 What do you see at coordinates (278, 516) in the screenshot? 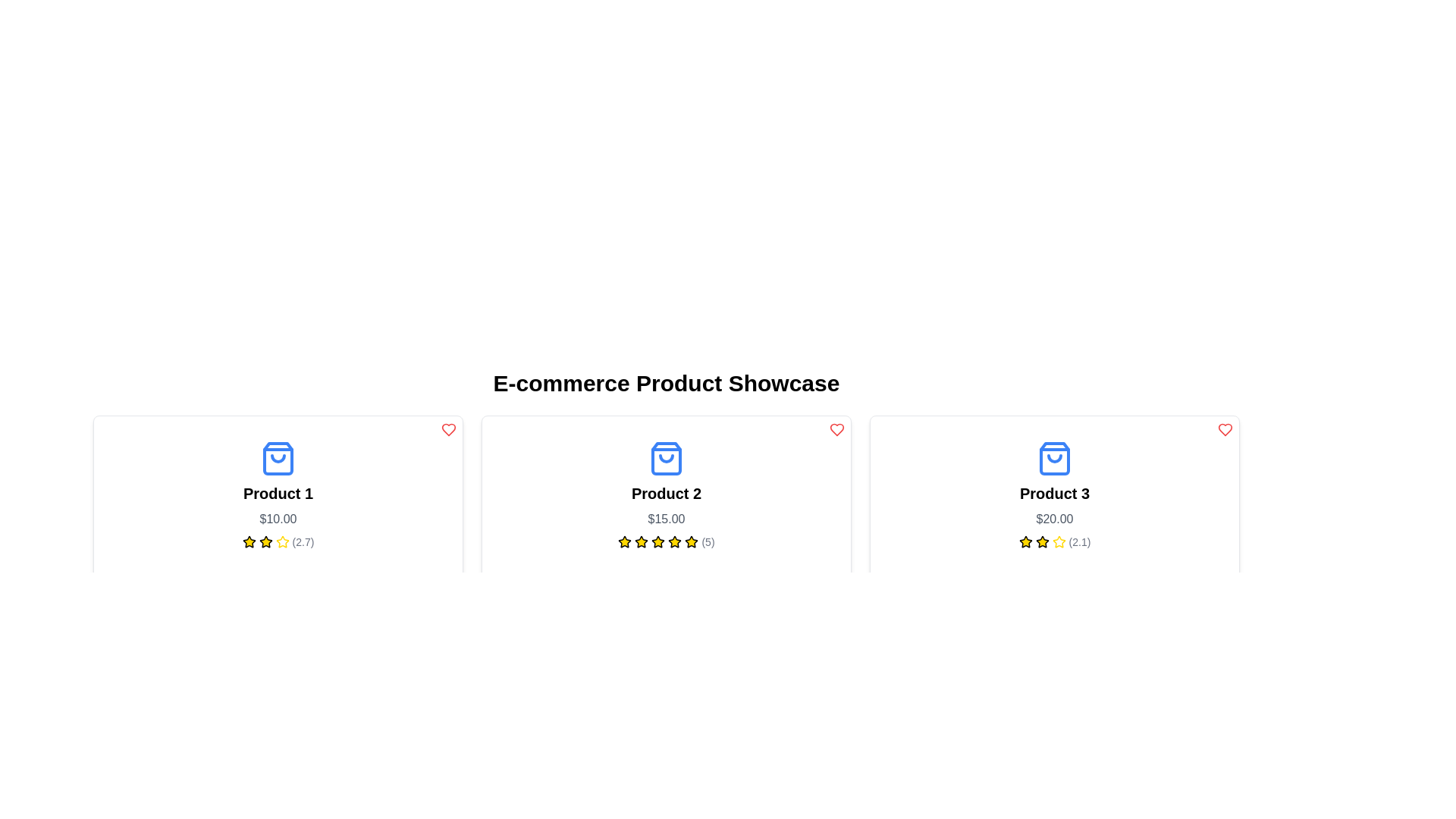
I see `the first product card in the grid layout` at bounding box center [278, 516].